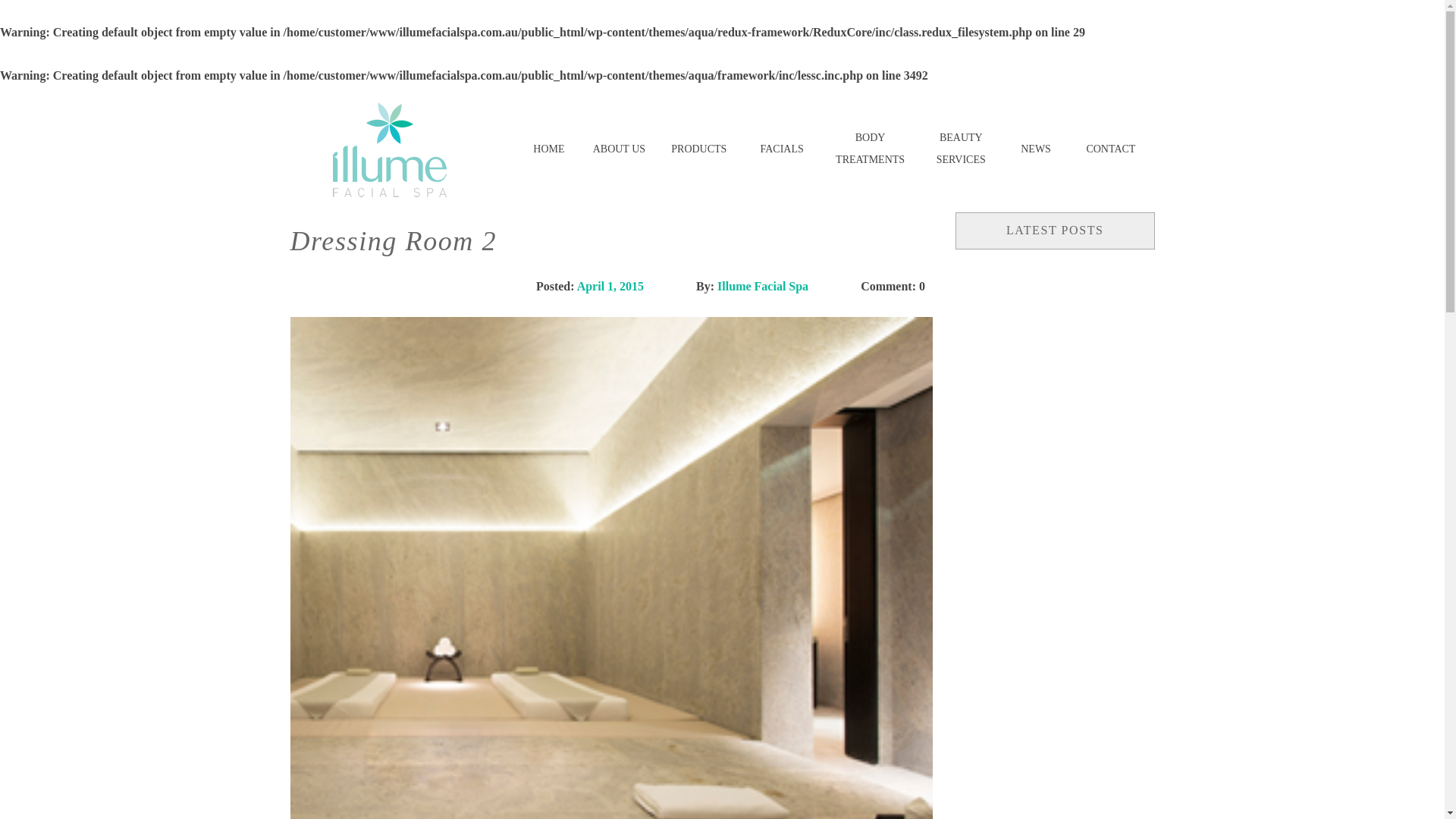  What do you see at coordinates (1110, 149) in the screenshot?
I see `'CONTACT'` at bounding box center [1110, 149].